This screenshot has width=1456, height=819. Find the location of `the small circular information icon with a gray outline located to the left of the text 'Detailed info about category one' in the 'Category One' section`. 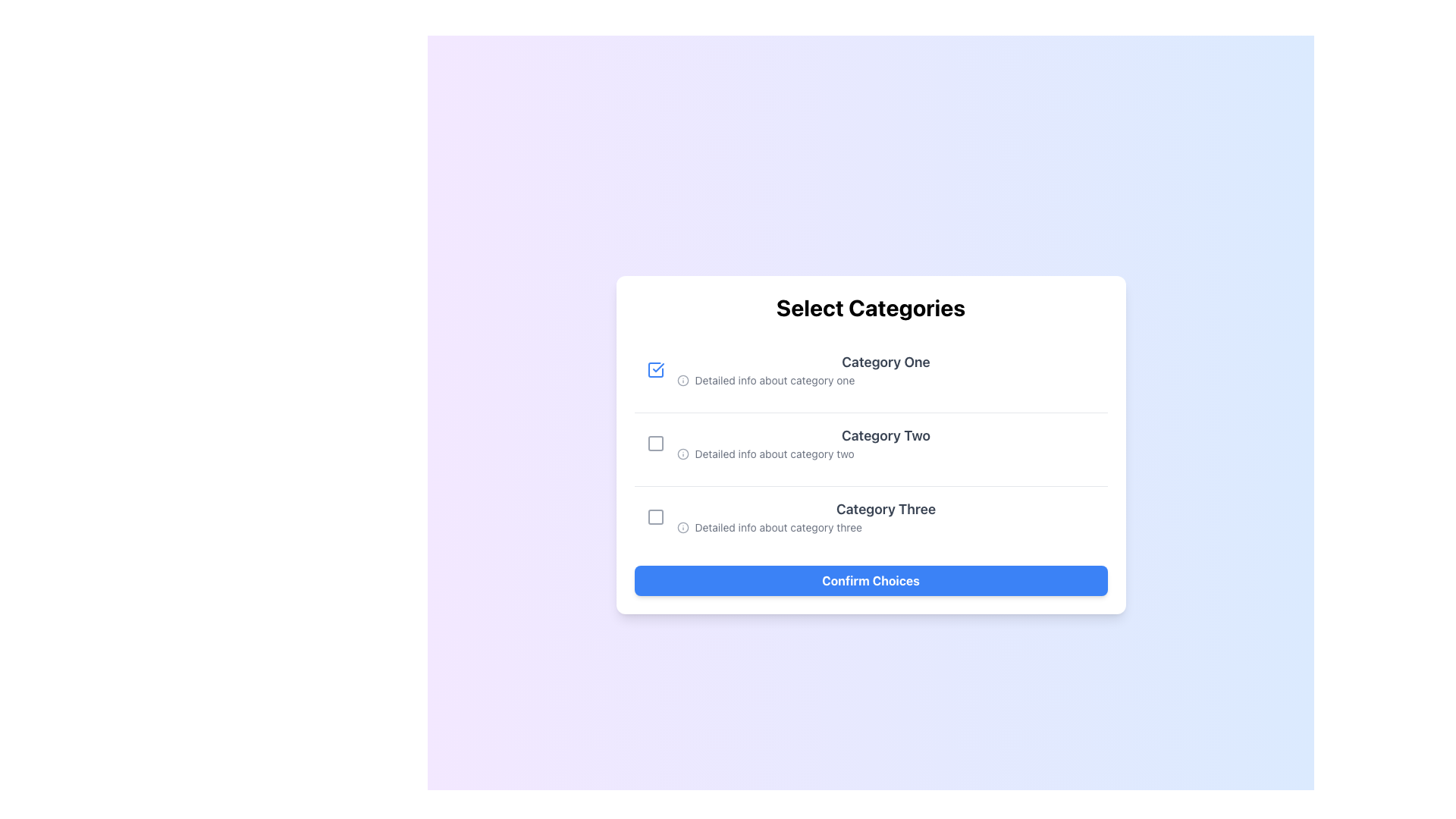

the small circular information icon with a gray outline located to the left of the text 'Detailed info about category one' in the 'Category One' section is located at coordinates (682, 379).